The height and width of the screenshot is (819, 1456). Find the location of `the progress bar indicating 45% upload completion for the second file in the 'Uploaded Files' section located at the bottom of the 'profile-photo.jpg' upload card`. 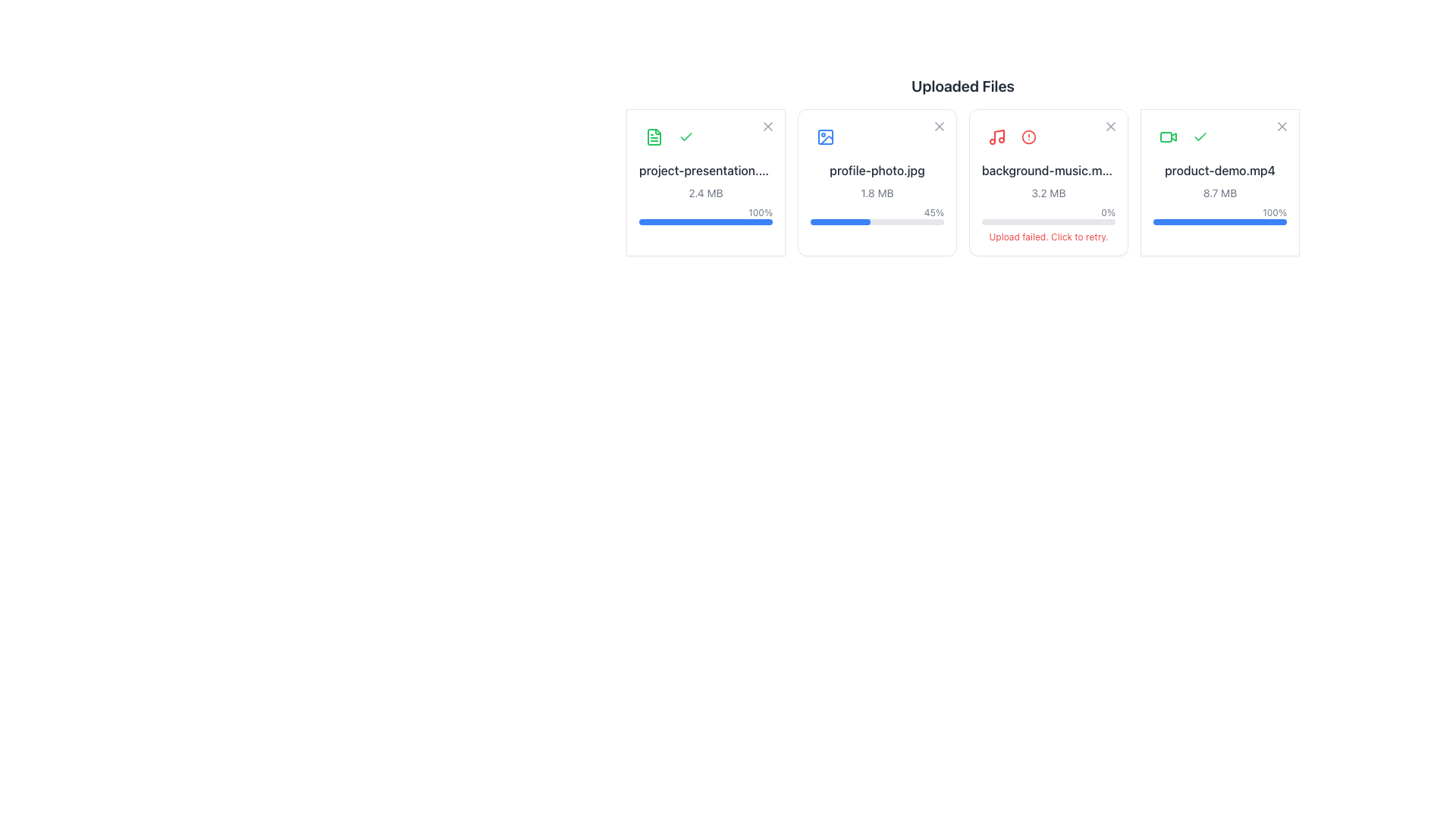

the progress bar indicating 45% upload completion for the second file in the 'Uploaded Files' section located at the bottom of the 'profile-photo.jpg' upload card is located at coordinates (877, 222).